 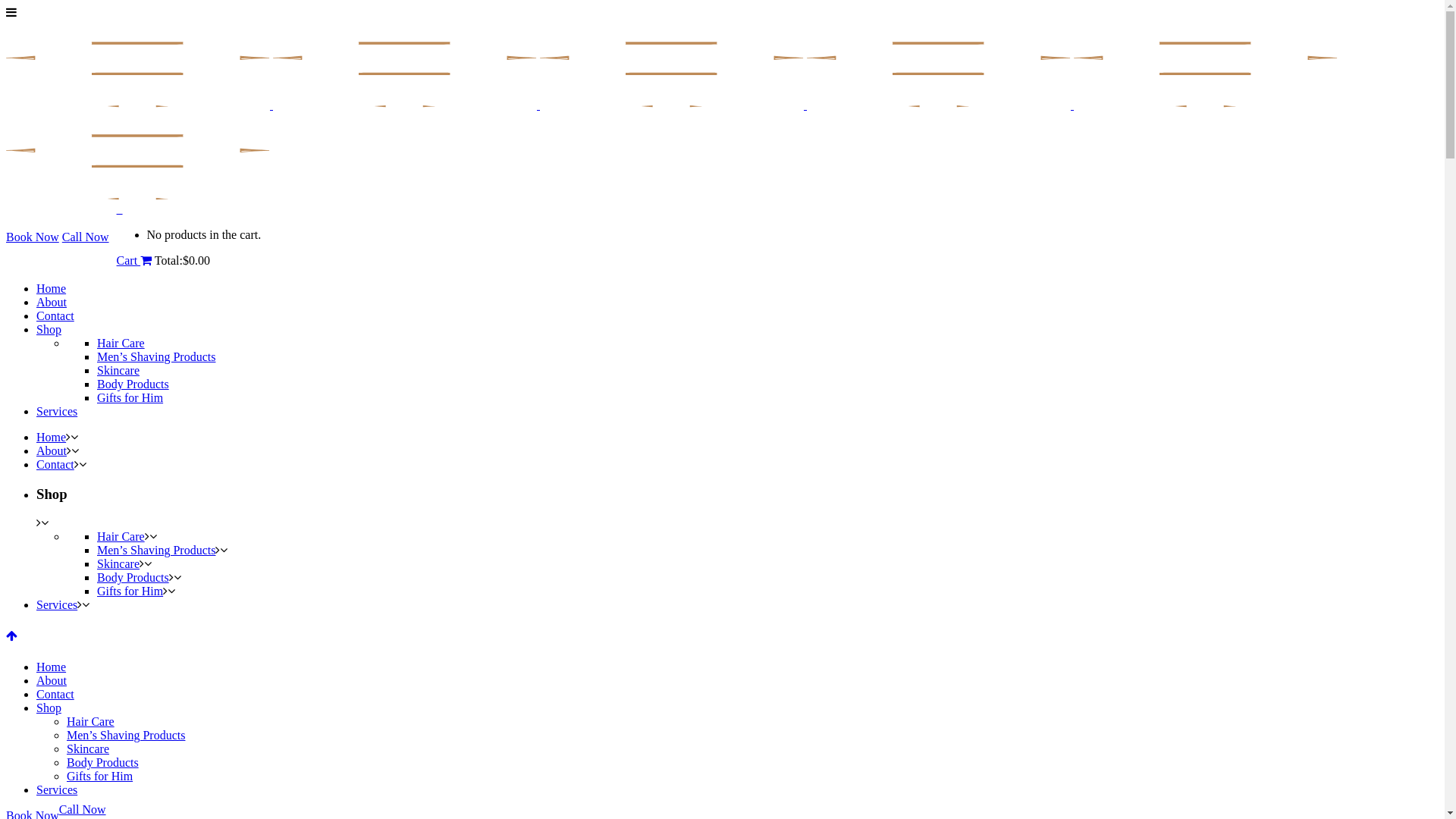 I want to click on 'About', so click(x=51, y=302).